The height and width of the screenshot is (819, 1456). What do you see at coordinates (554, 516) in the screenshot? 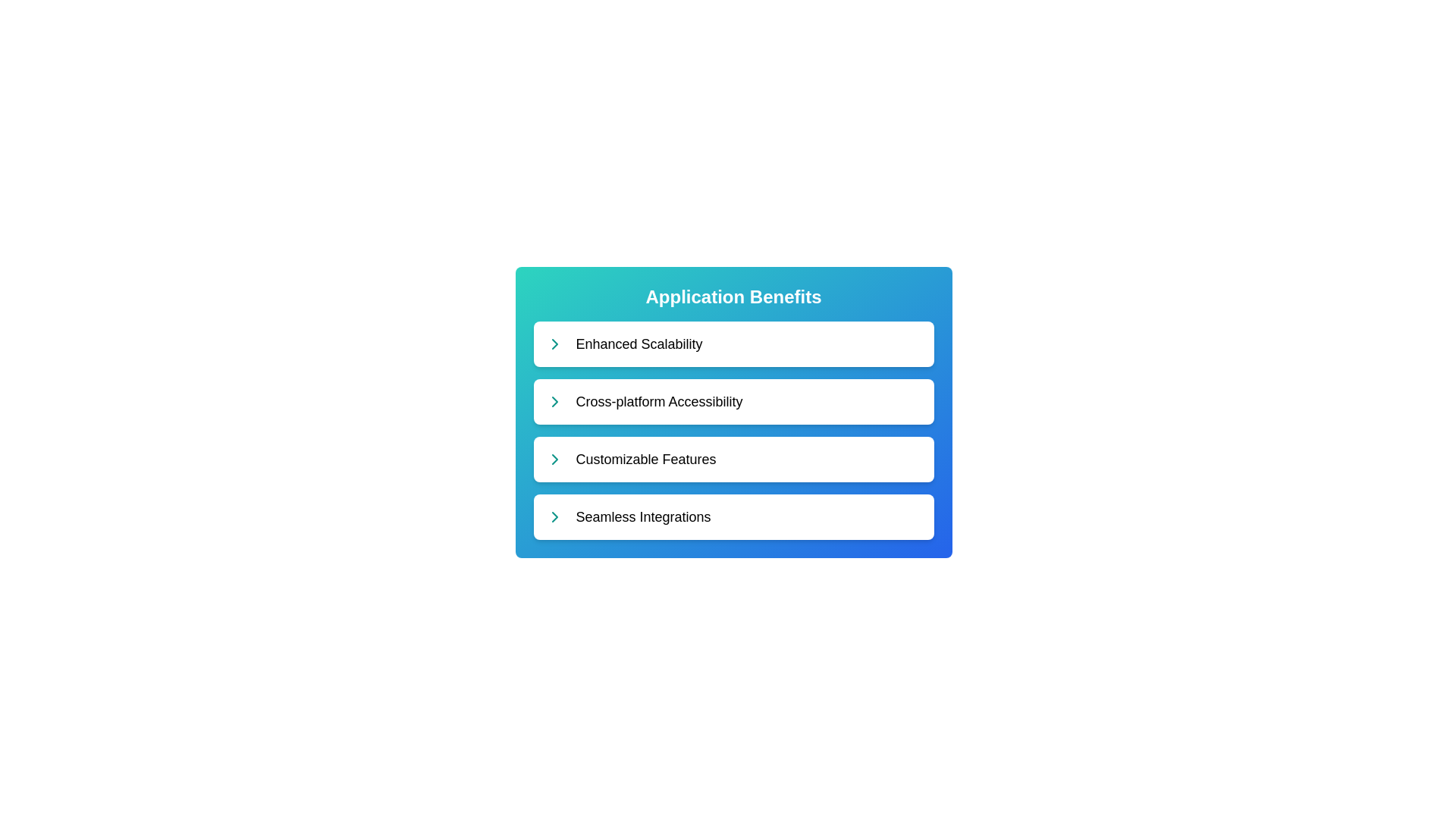
I see `the right-pointing teal chevron icon inside the 'Seamless Integrations' box` at bounding box center [554, 516].